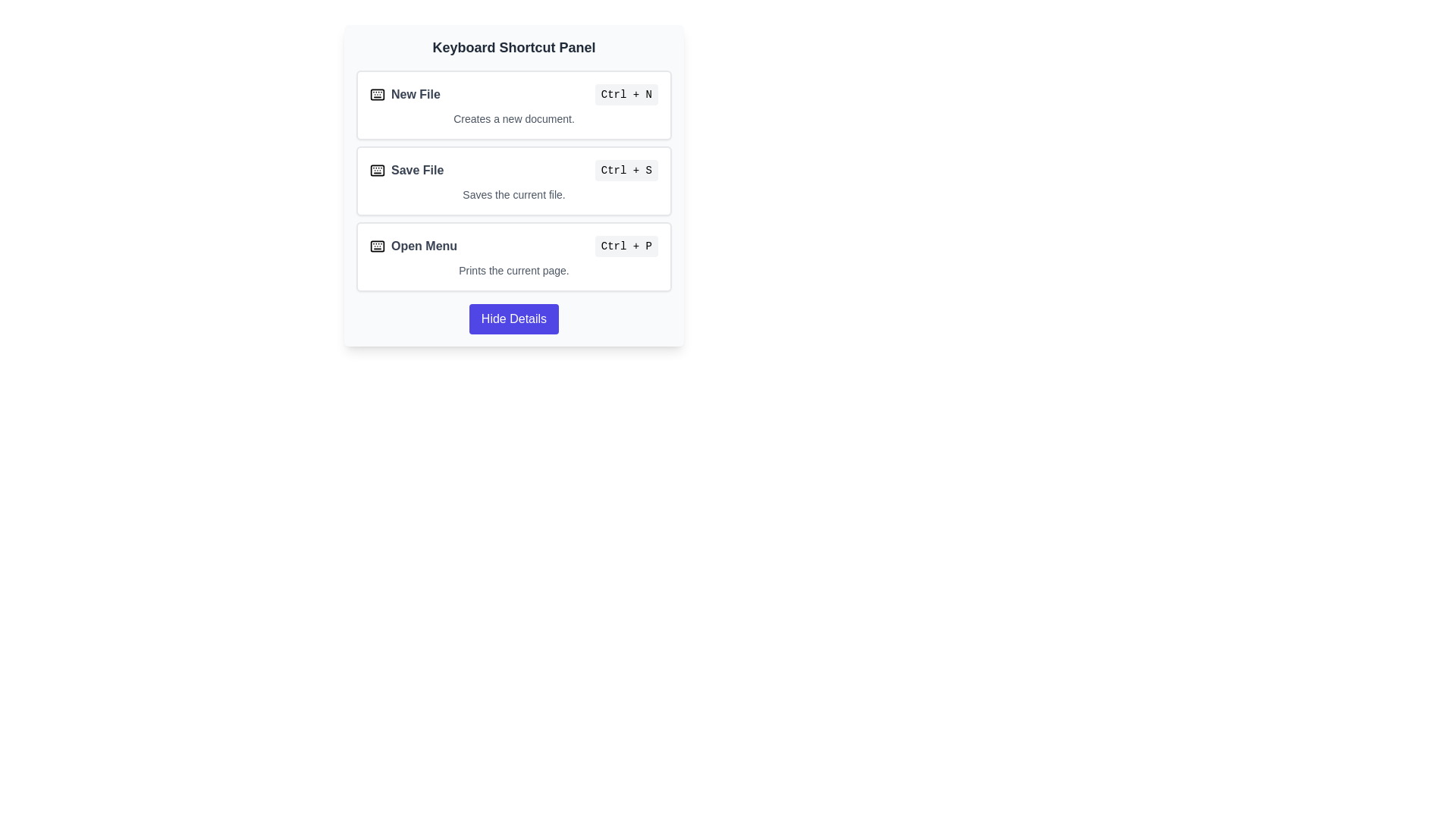  Describe the element at coordinates (513, 118) in the screenshot. I see `the text description element located directly below the 'New File' title and 'Ctrl + N' shortcut label within its card` at that location.